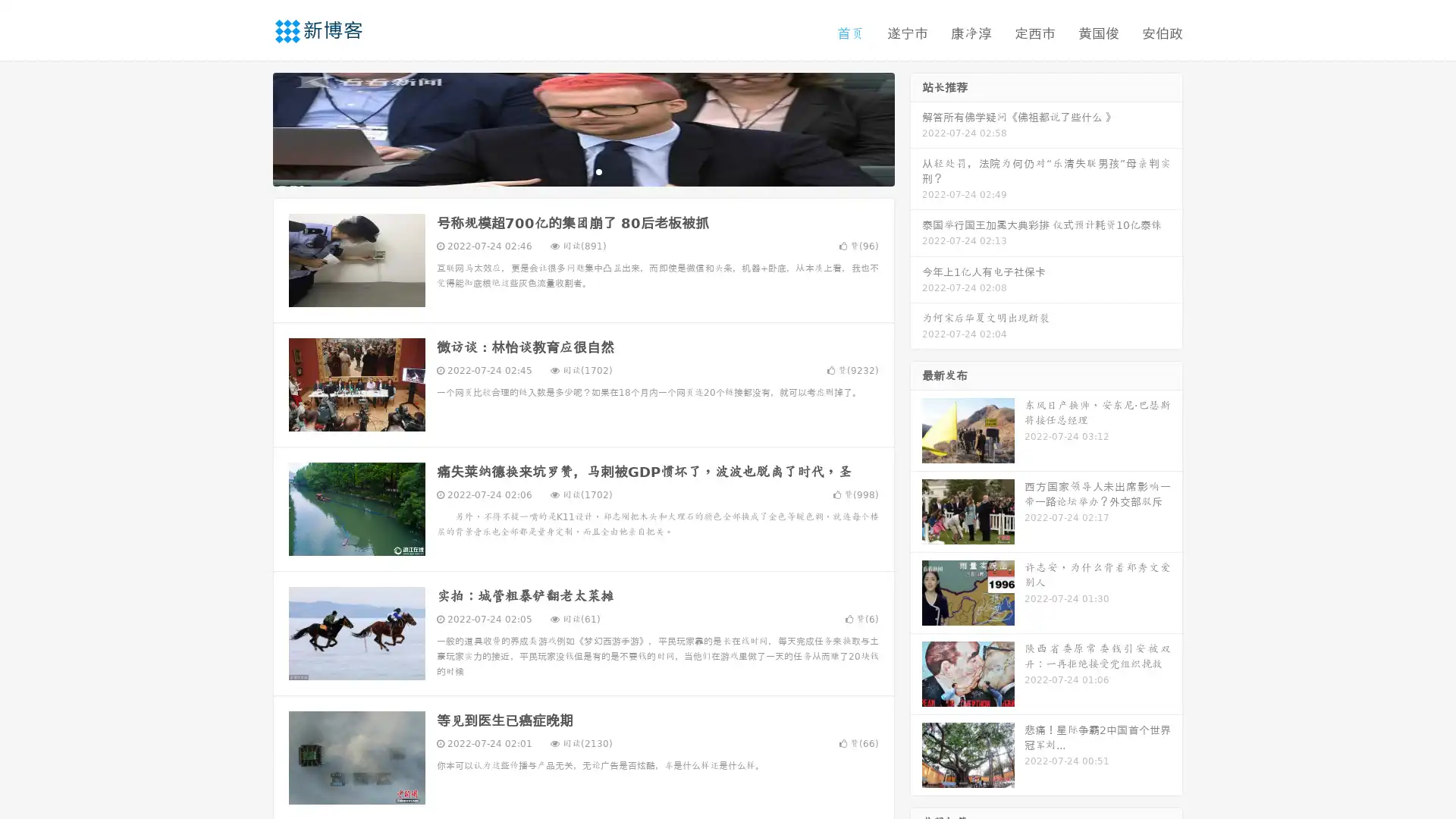 The image size is (1456, 819). Describe the element at coordinates (582, 171) in the screenshot. I see `Go to slide 2` at that location.